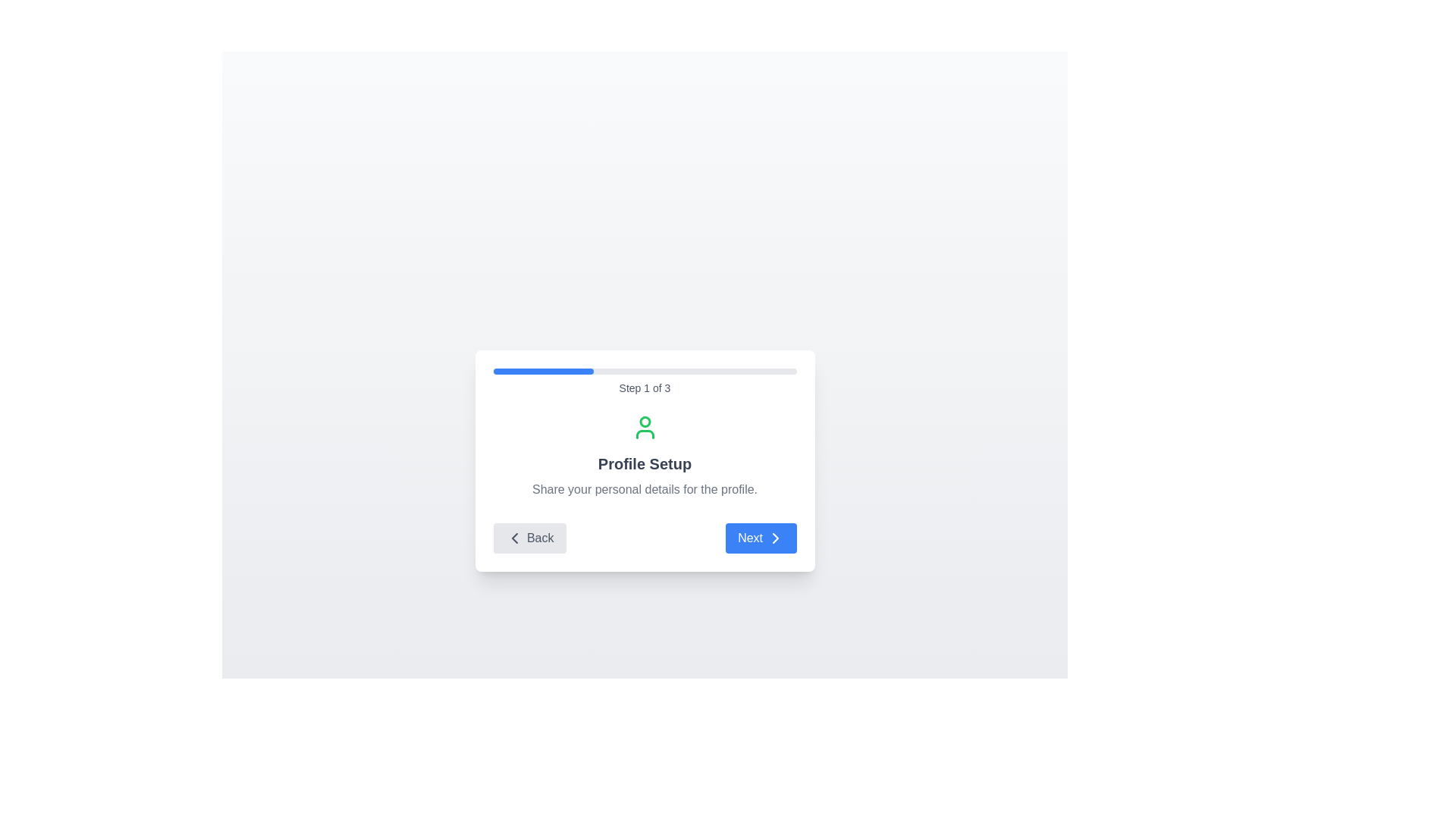 The width and height of the screenshot is (1456, 819). What do you see at coordinates (514, 538) in the screenshot?
I see `the arrow icon within the 'Back' button located at the bottom-left corner of the card` at bounding box center [514, 538].